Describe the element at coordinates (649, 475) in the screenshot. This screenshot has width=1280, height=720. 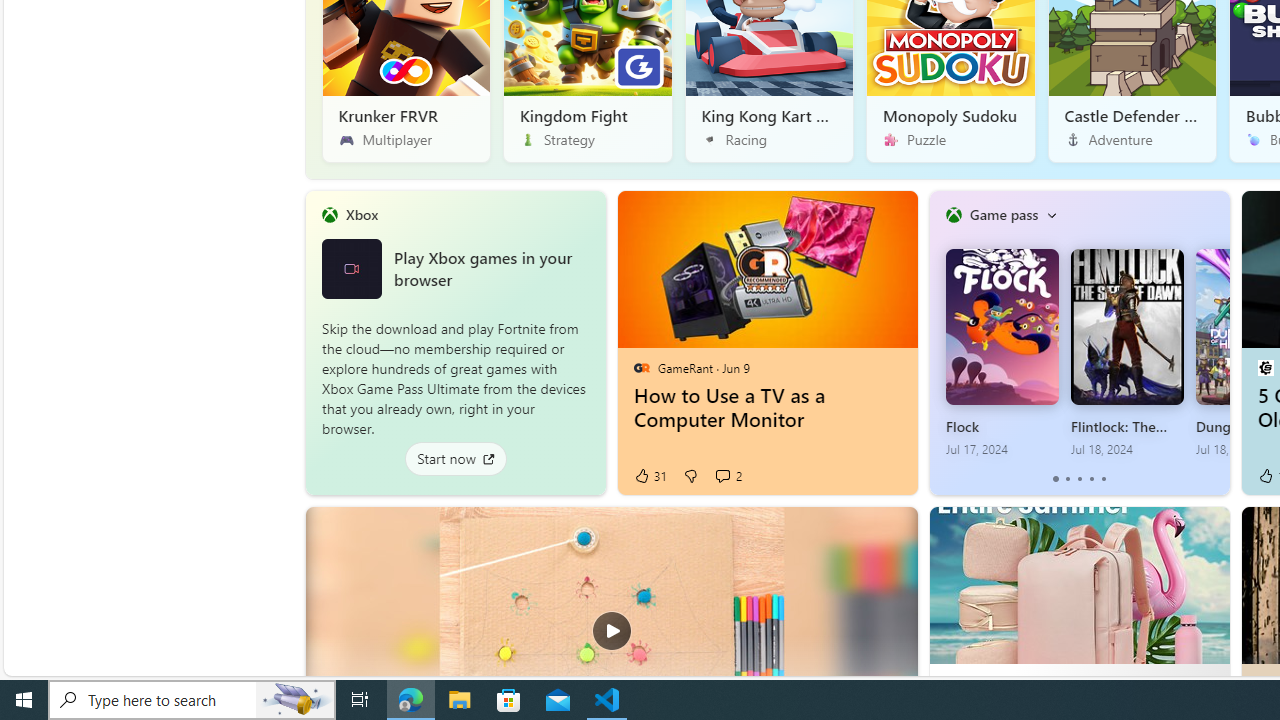
I see `'31 Like'` at that location.